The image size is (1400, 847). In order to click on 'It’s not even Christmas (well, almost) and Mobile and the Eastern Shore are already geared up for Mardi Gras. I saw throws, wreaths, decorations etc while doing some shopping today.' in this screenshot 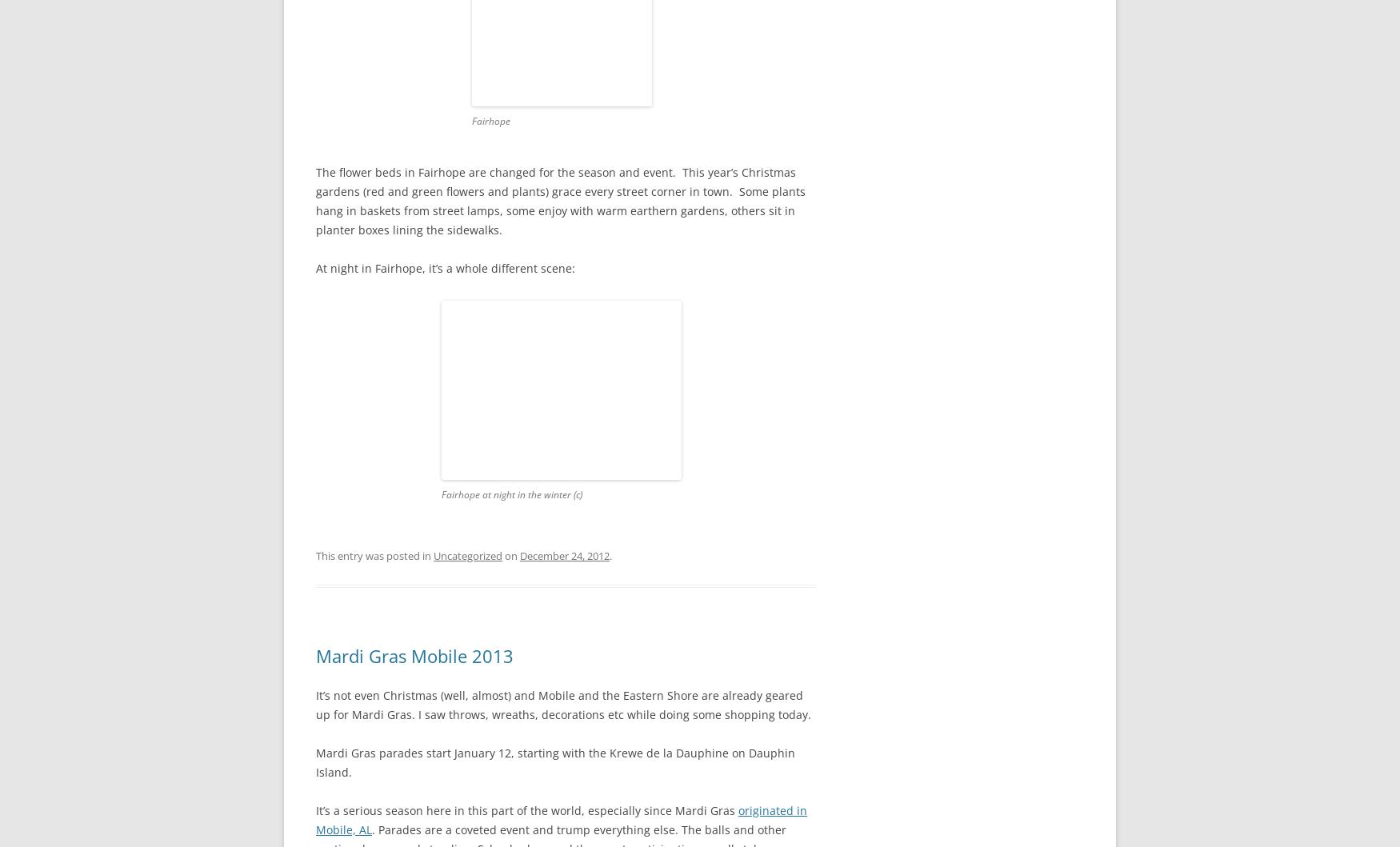, I will do `click(565, 704)`.